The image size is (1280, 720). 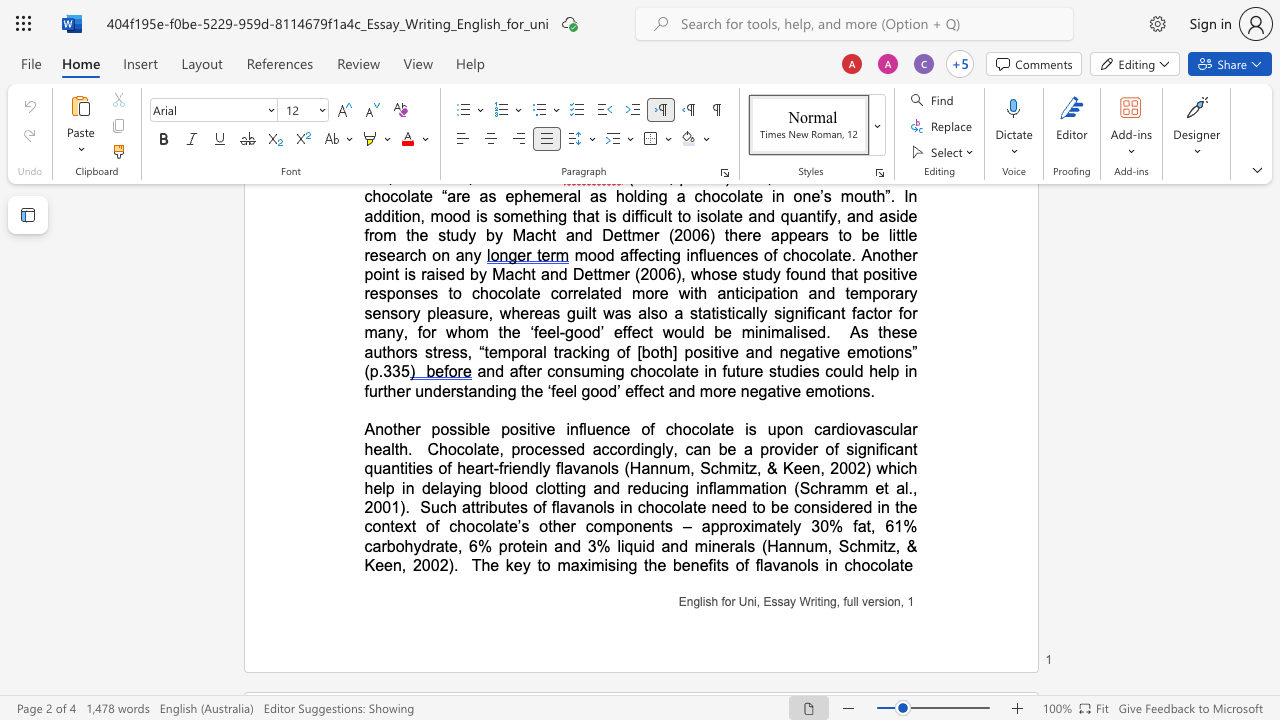 What do you see at coordinates (712, 565) in the screenshot?
I see `the space between the continuous character "f" and "i" in the text` at bounding box center [712, 565].